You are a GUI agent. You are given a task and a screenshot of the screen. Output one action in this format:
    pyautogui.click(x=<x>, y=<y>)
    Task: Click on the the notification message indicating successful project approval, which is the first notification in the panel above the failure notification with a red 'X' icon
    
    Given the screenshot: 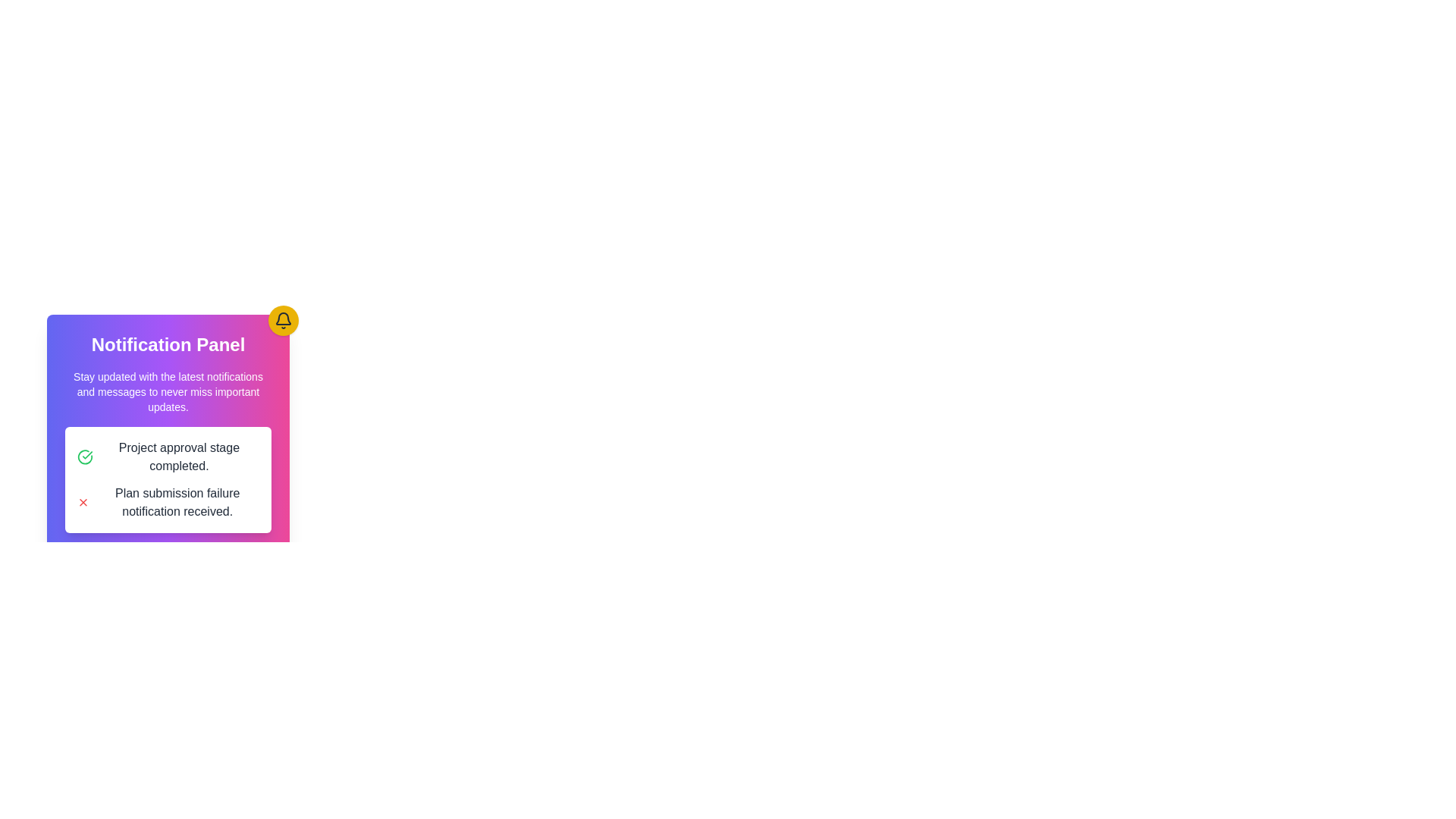 What is the action you would take?
    pyautogui.click(x=168, y=456)
    